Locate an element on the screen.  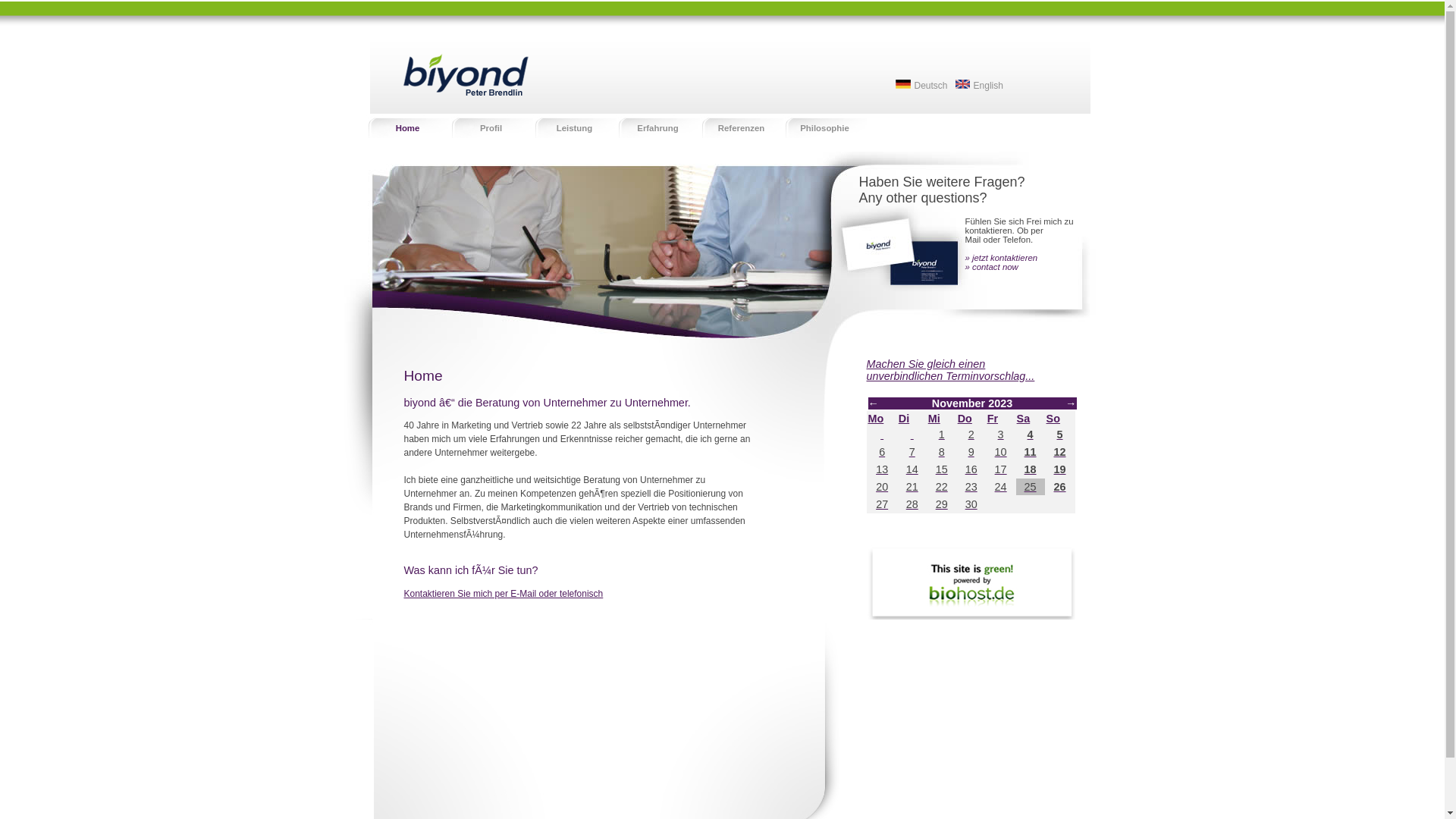
'Deutsch' is located at coordinates (920, 85).